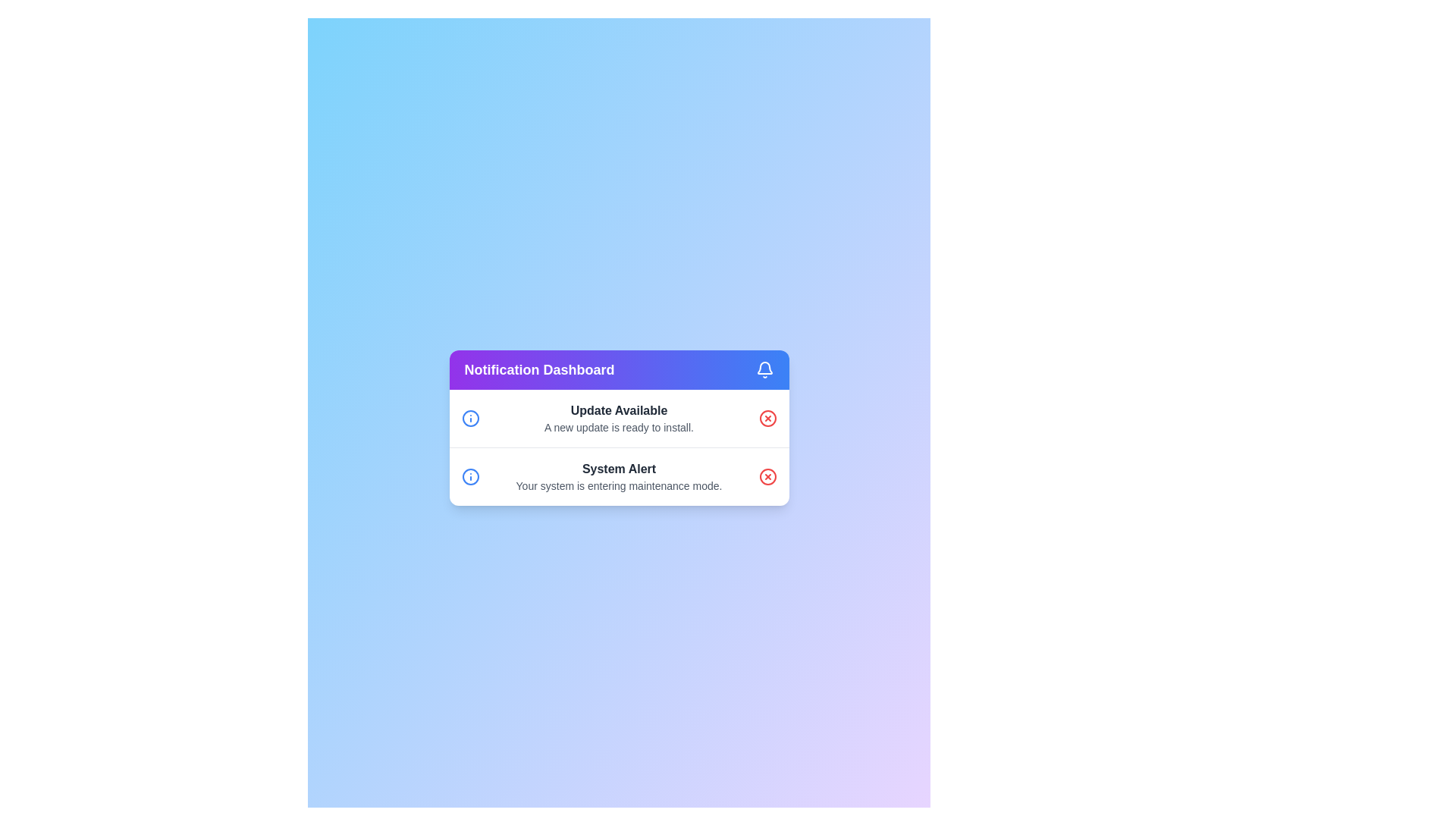 Image resolution: width=1456 pixels, height=819 pixels. What do you see at coordinates (619, 410) in the screenshot?
I see `text label displaying 'Update Available', which is bold and dark gray, located within the notification card beneath the 'Notification Dashboard' heading` at bounding box center [619, 410].